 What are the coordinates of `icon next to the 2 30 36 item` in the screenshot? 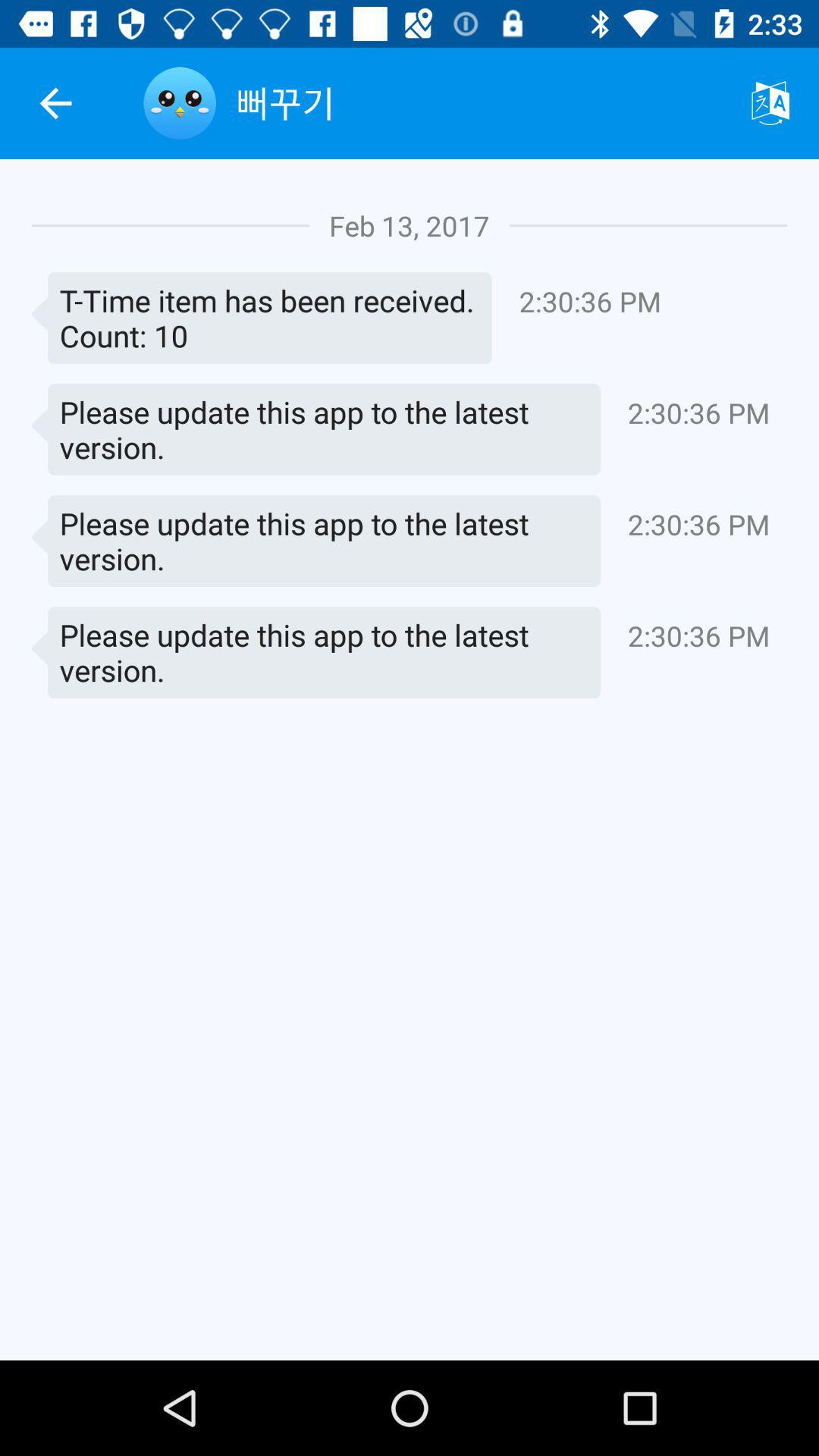 It's located at (261, 317).